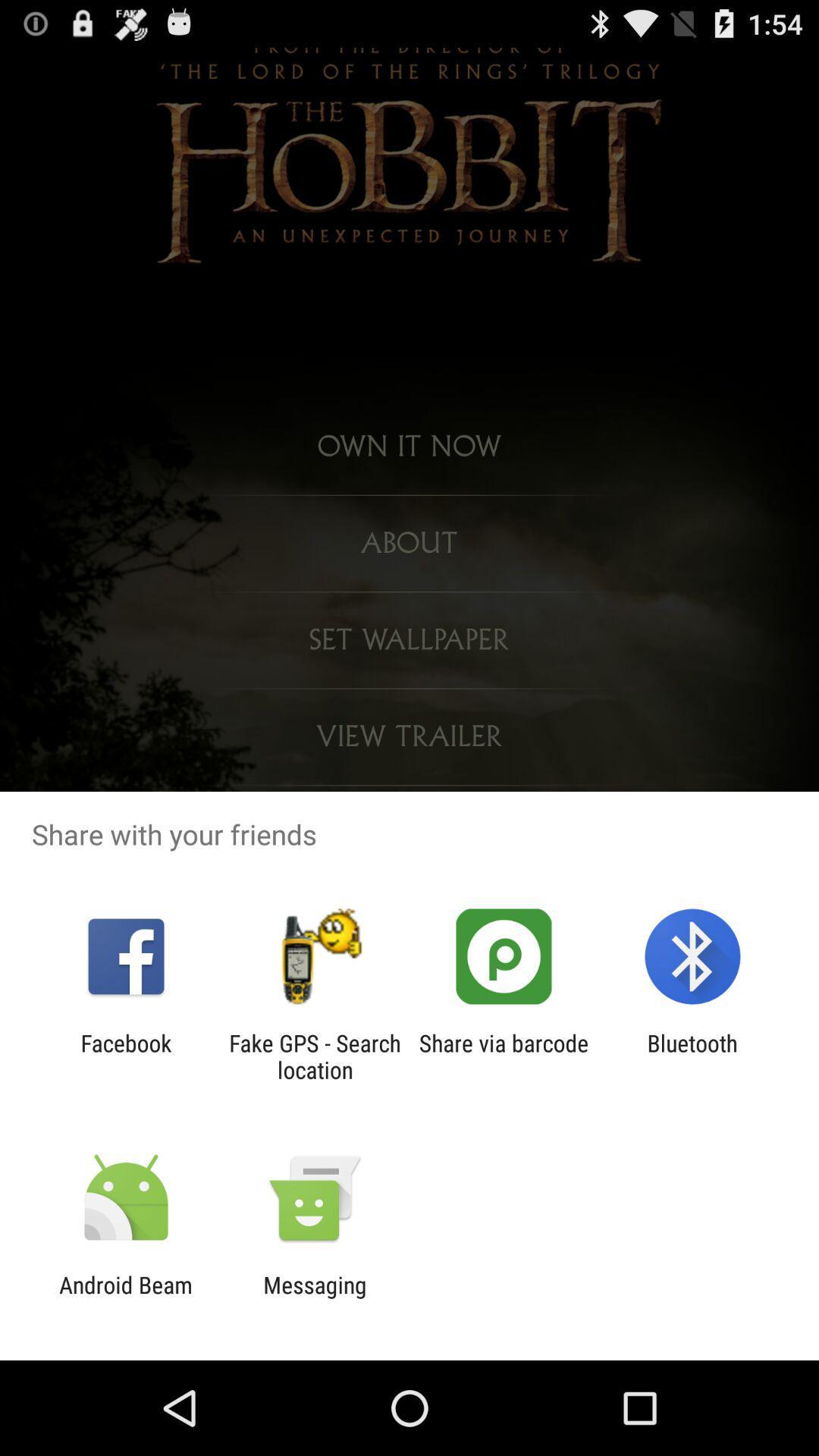 The image size is (819, 1456). I want to click on the bluetooth at the bottom right corner, so click(692, 1056).